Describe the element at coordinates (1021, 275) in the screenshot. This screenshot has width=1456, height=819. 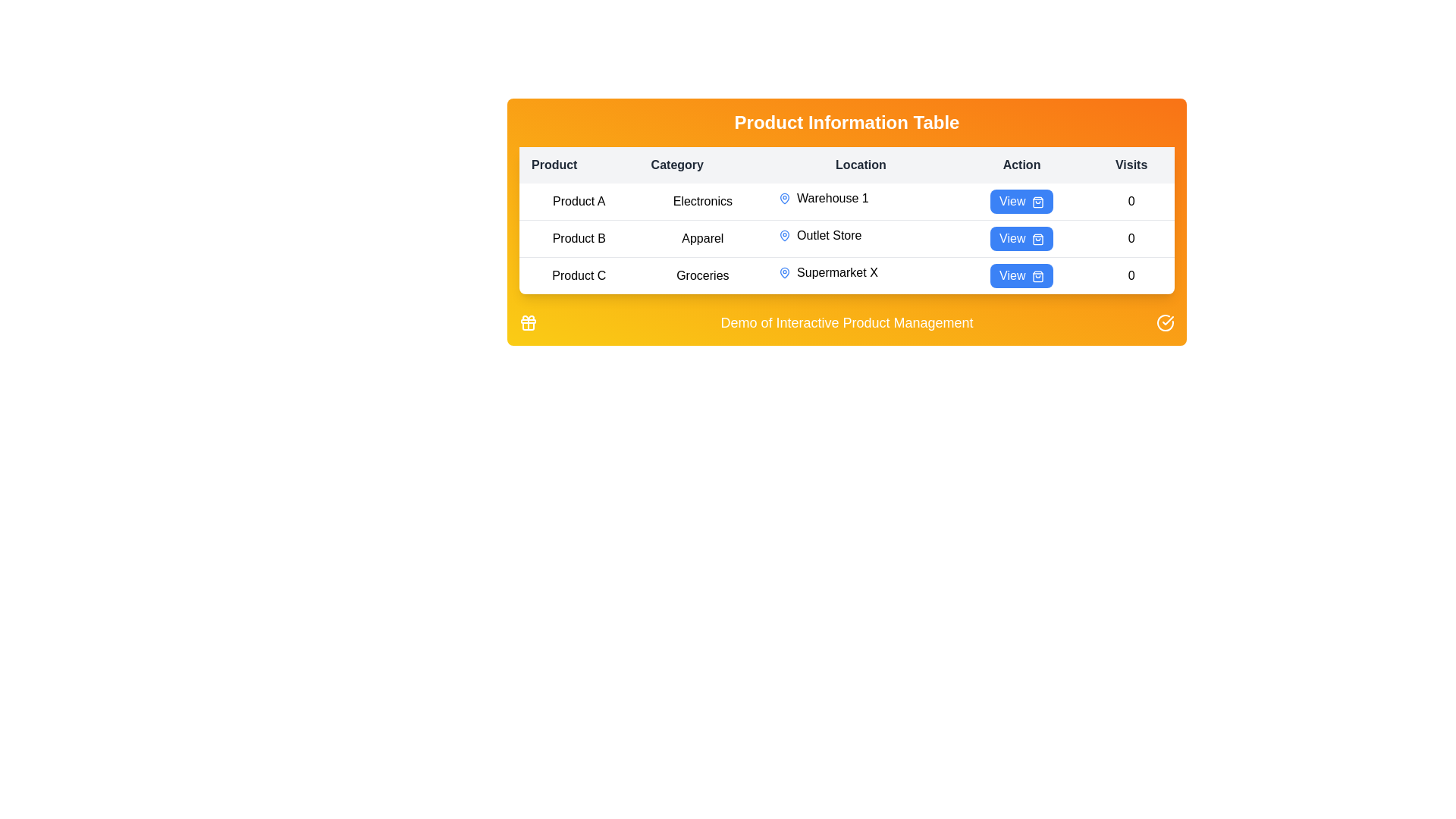
I see `the button in the 'Action' column of the third row` at that location.